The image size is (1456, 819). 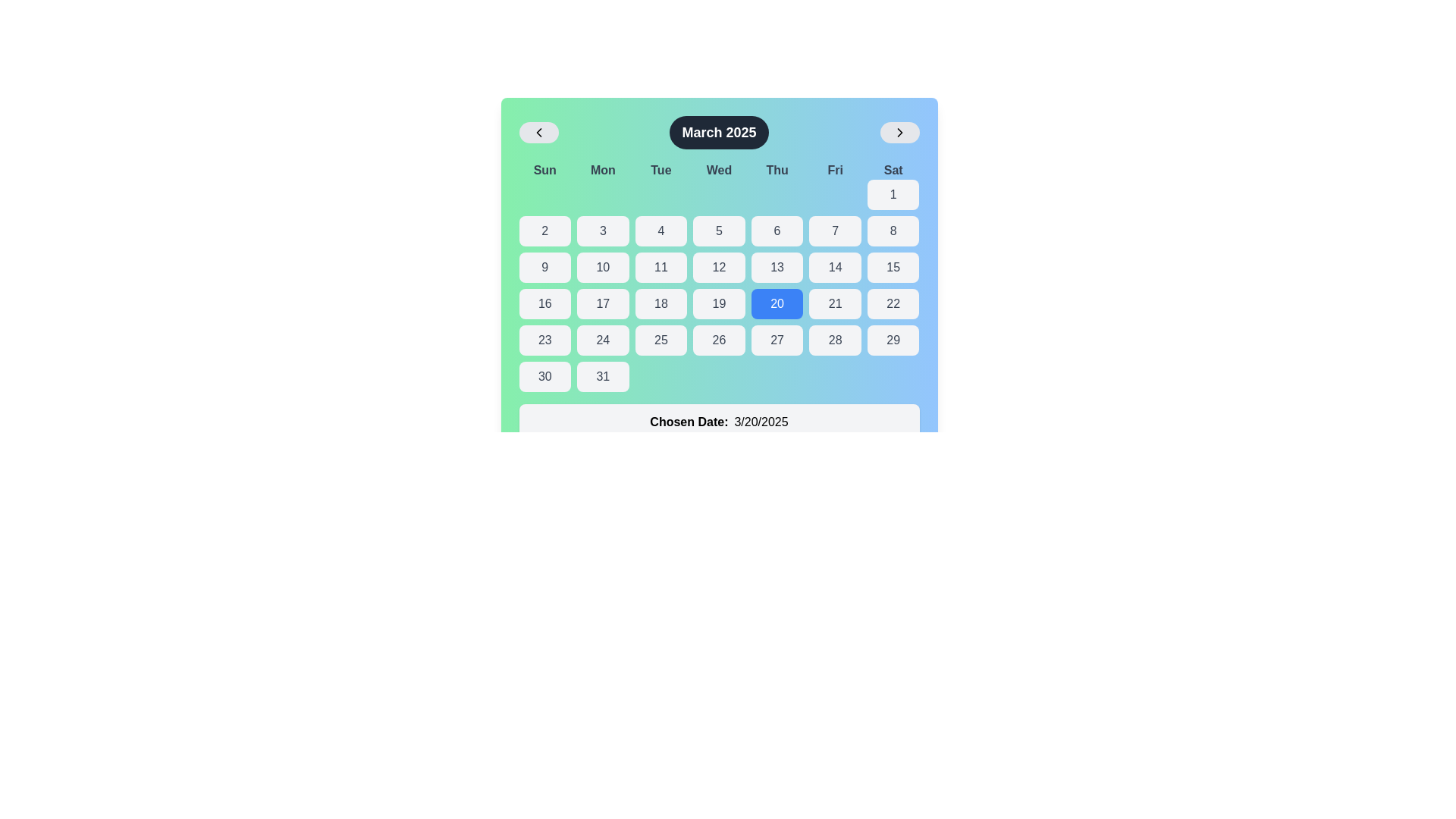 I want to click on the navigation icon button located in the top-right corner of the calendar interface to move to the next month, so click(x=899, y=131).